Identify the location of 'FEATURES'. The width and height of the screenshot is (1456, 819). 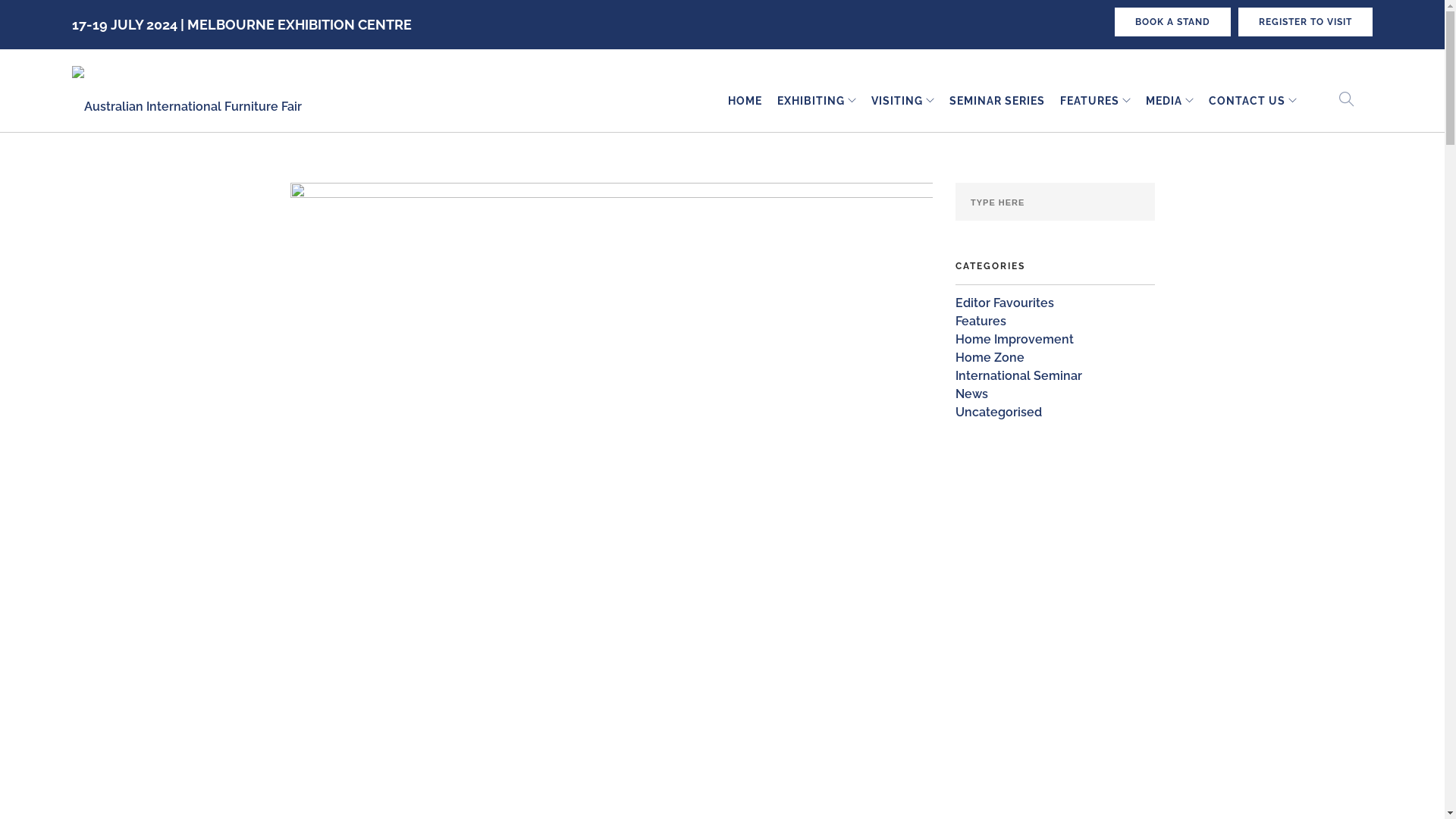
(1088, 101).